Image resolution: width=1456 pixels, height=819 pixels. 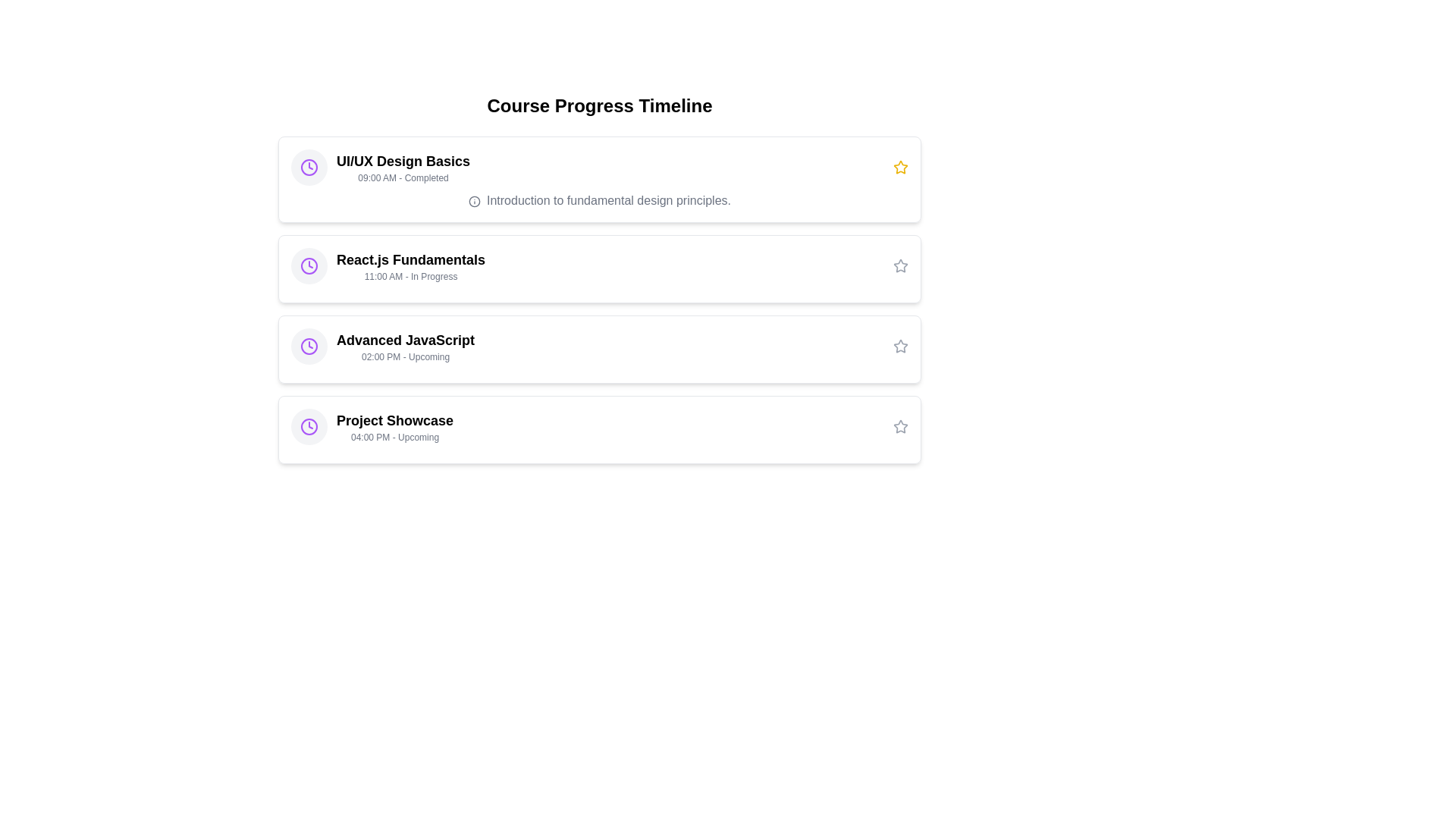 I want to click on the Text Label displaying 'React.js Fundamentals', which is the title of the second section in the course progress timeline, so click(x=411, y=259).